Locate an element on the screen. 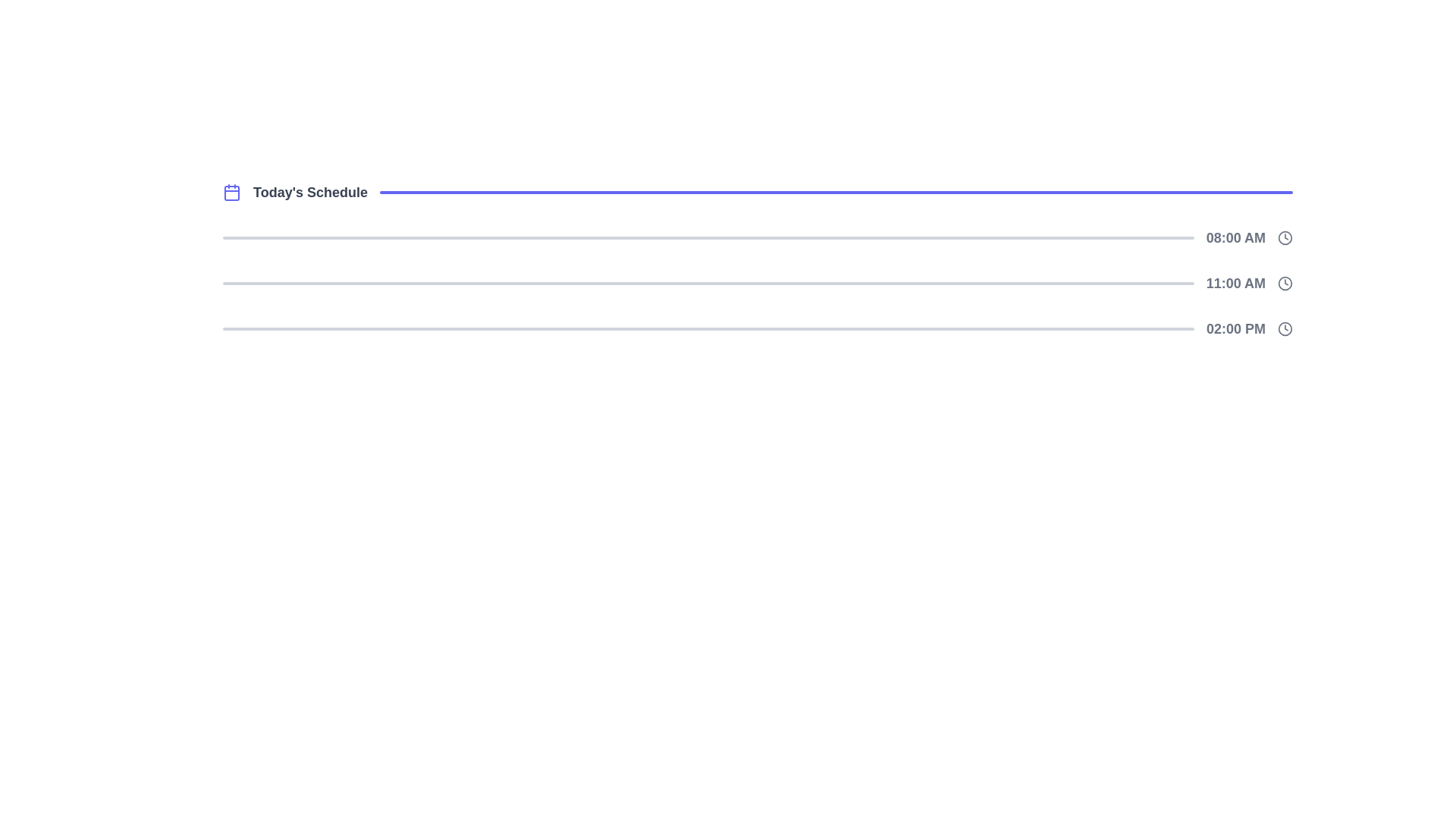  the SVG clock icon located at the far right of the '11:00 AM' time row is located at coordinates (1284, 284).